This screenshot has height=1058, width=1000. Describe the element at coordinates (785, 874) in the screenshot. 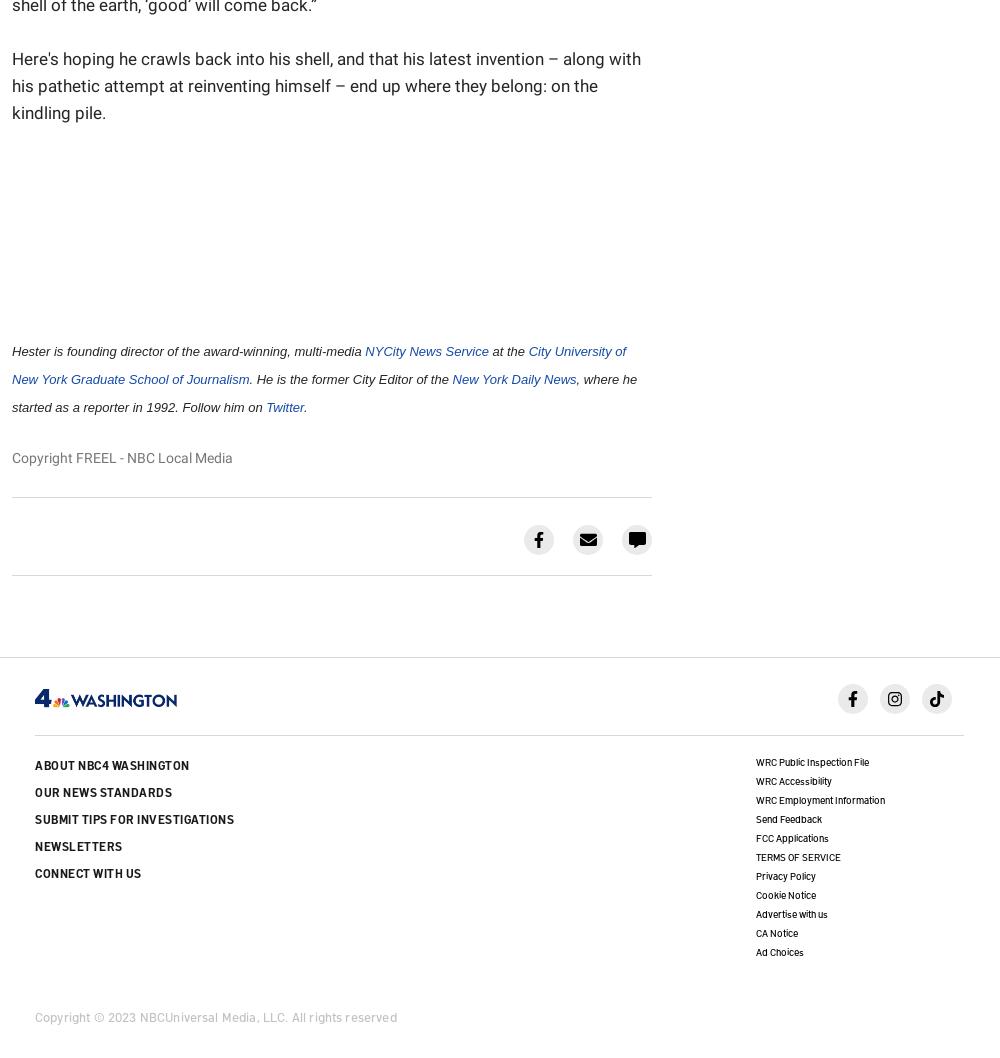

I see `'Privacy Policy'` at that location.